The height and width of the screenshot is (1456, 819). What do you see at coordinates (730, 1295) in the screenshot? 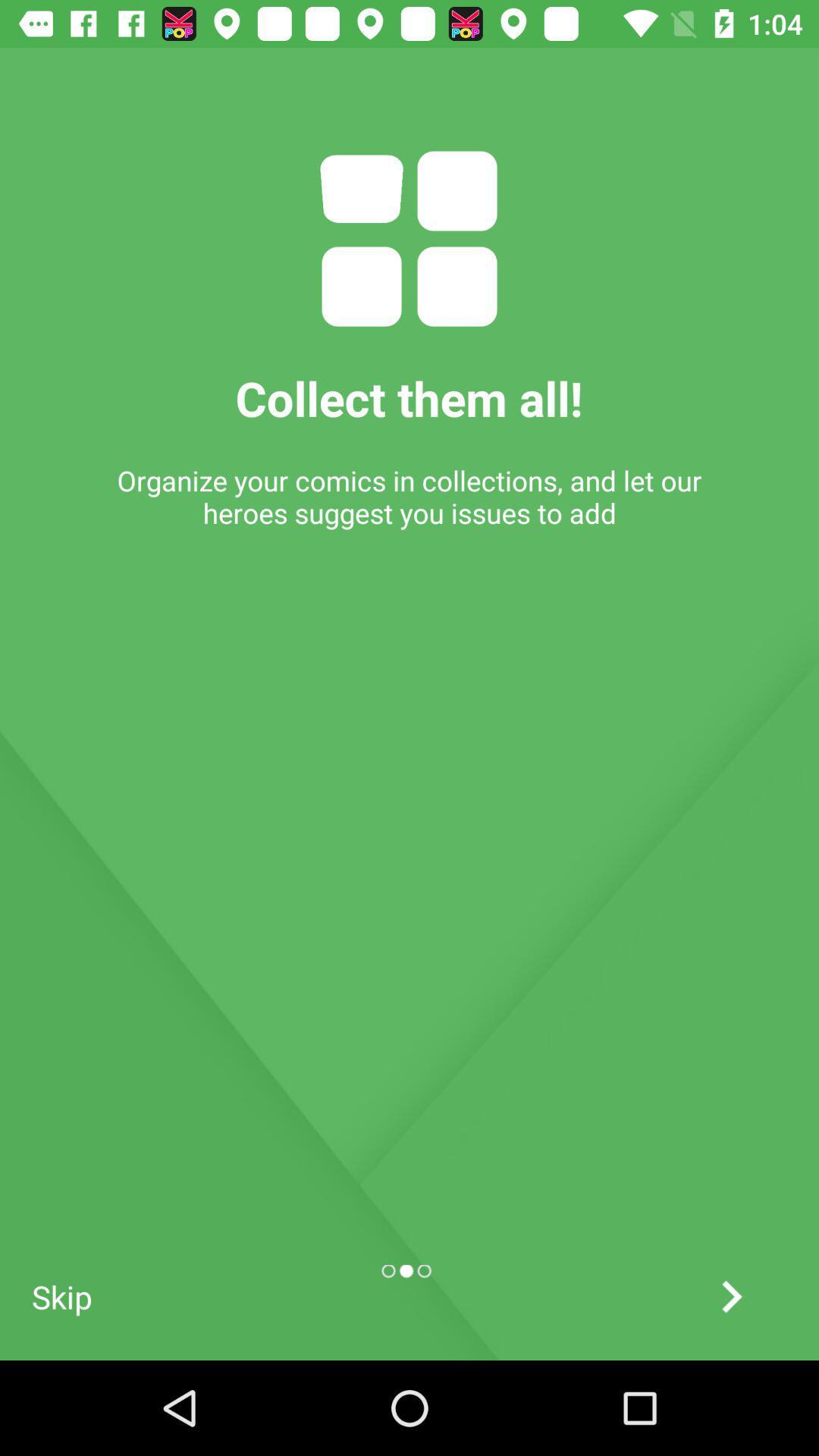
I see `next screen` at bounding box center [730, 1295].